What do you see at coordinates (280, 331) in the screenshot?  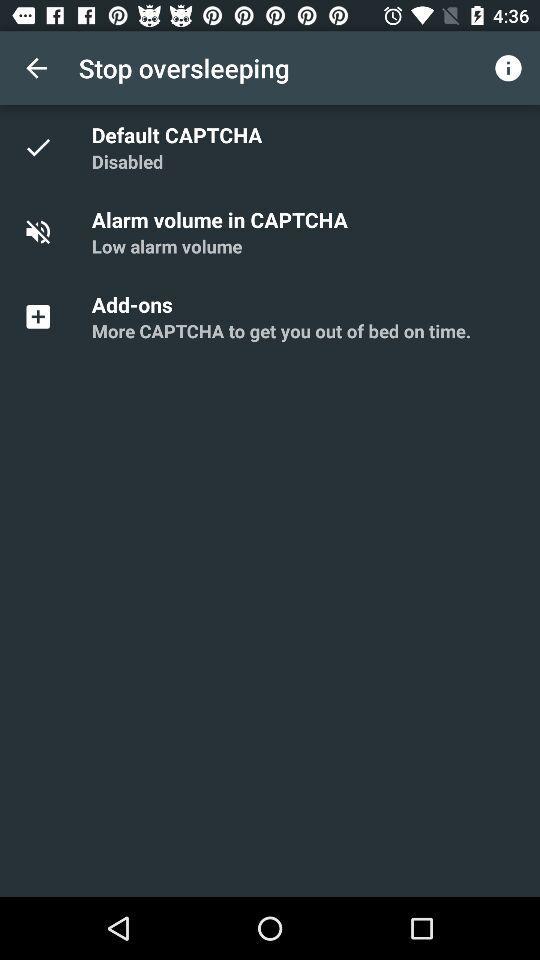 I see `the more captcha to icon` at bounding box center [280, 331].